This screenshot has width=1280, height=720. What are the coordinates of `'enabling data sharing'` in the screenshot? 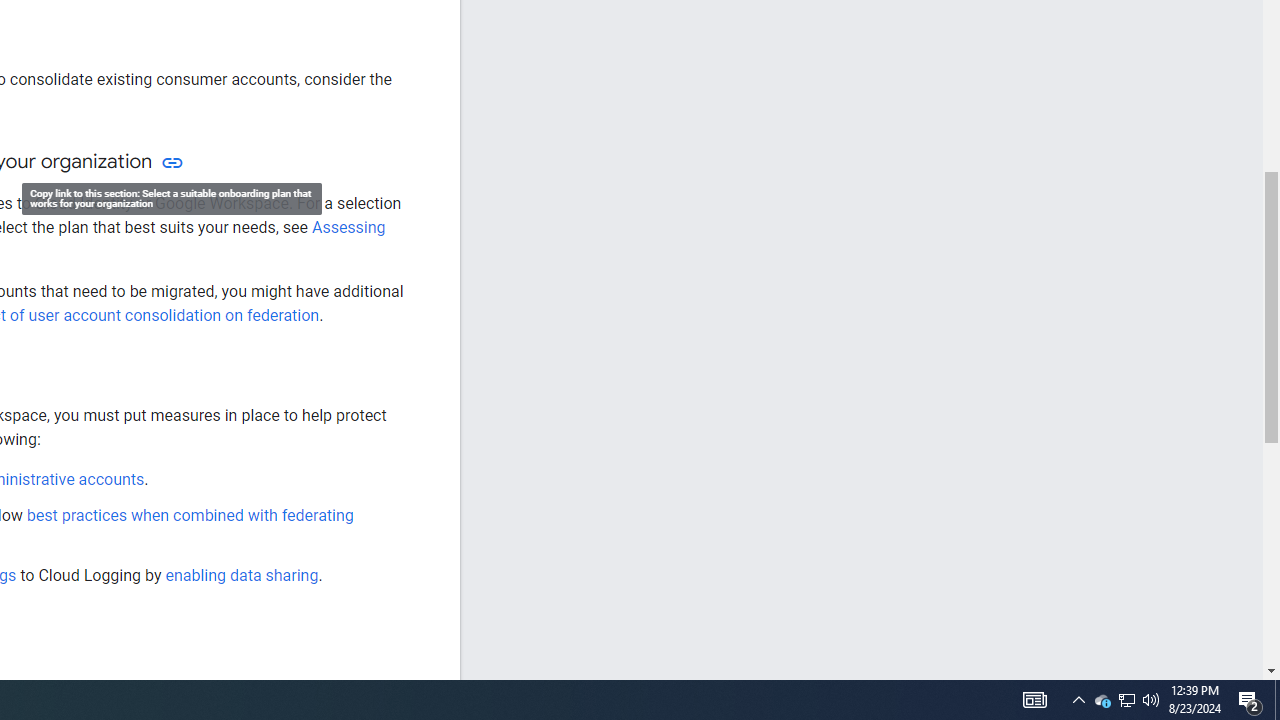 It's located at (240, 575).